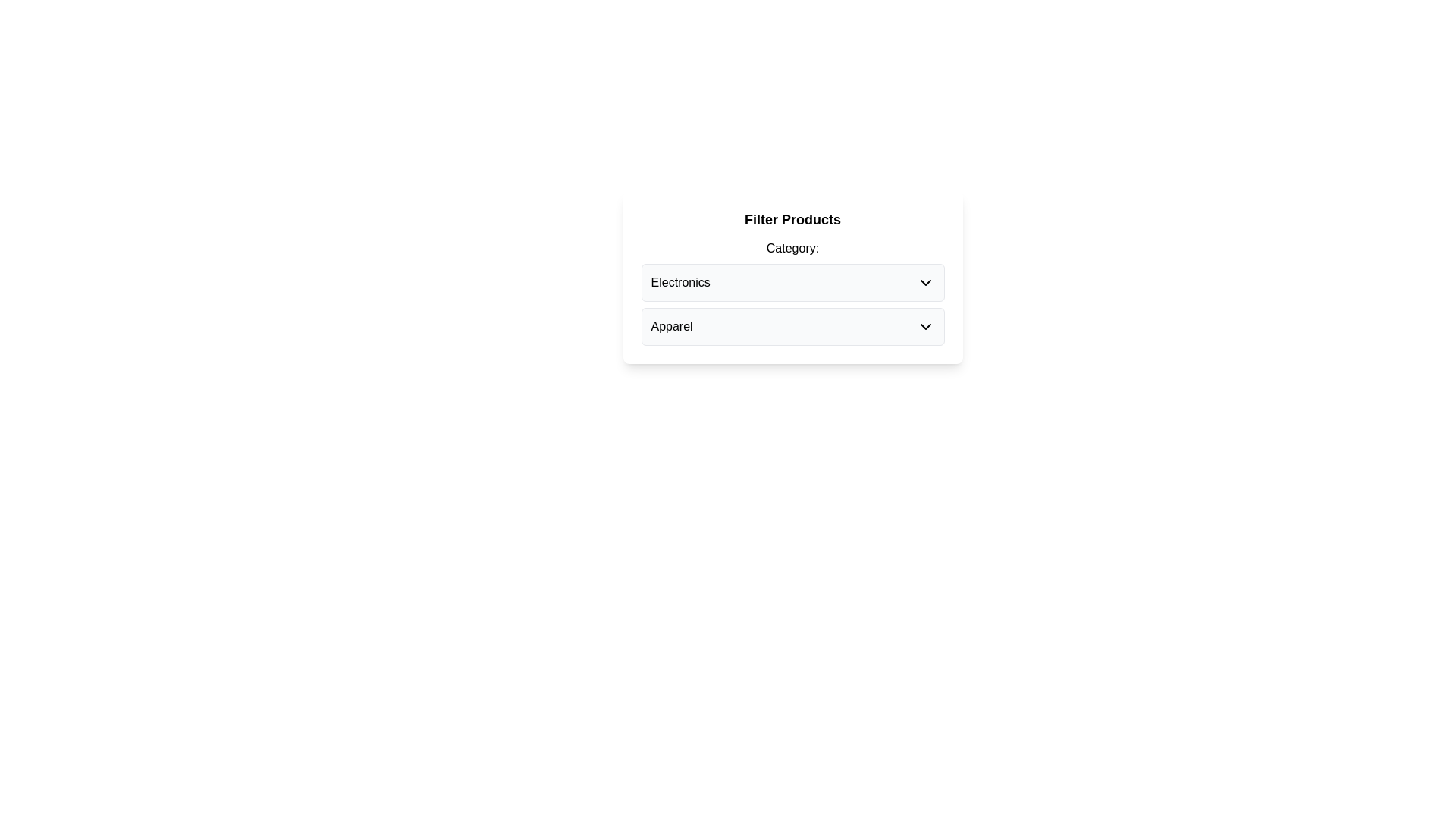  Describe the element at coordinates (924, 283) in the screenshot. I see `the Dropdown toggle icon located at the rightmost side of the 'Electronics' category` at that location.